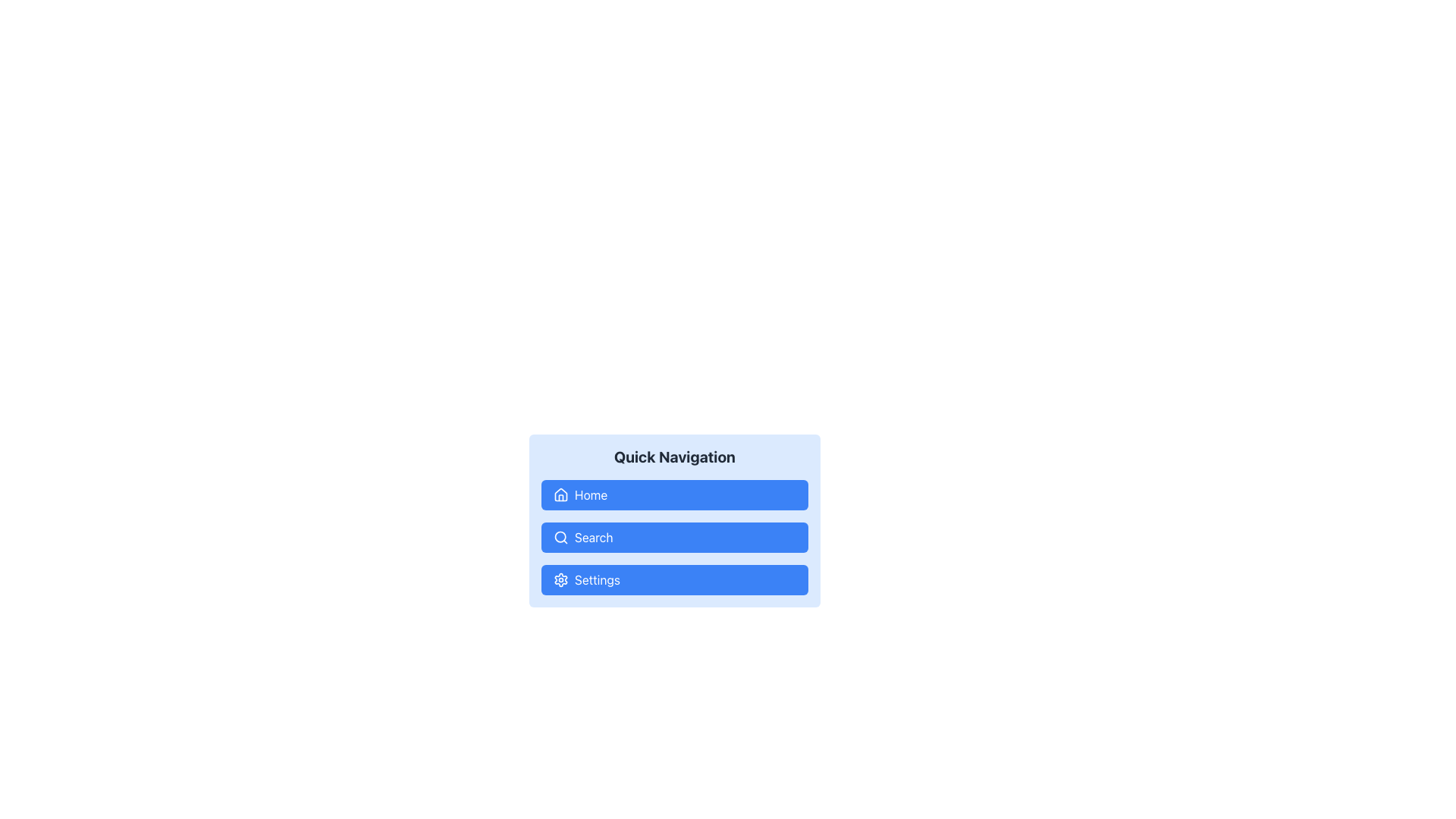 This screenshot has width=1456, height=819. I want to click on the gear icon, which is a graphical icon with a circular layout and radial extensions, located to the left of the 'Settings' button, so click(560, 579).